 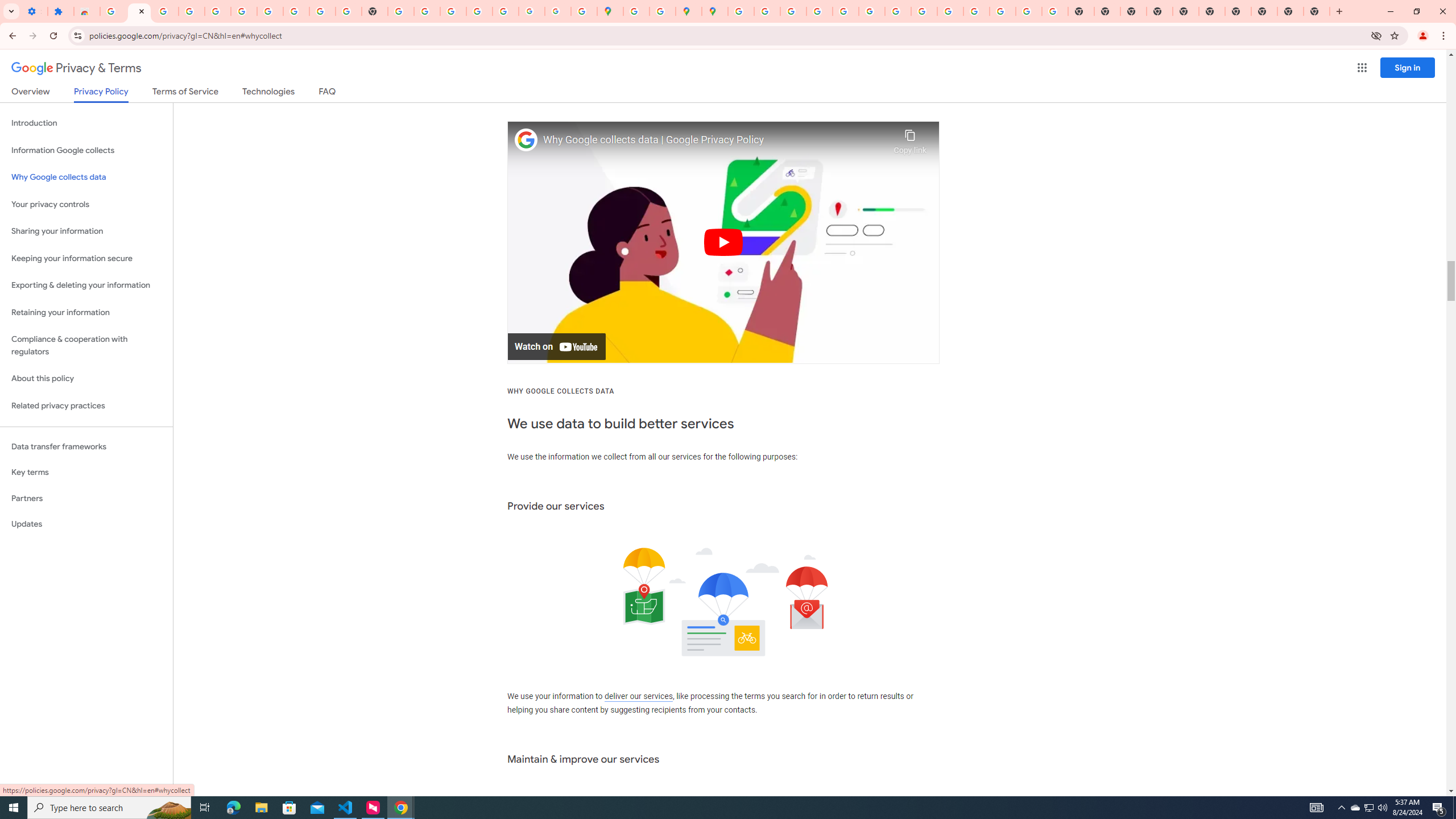 I want to click on 'Information Google collects', so click(x=86, y=150).